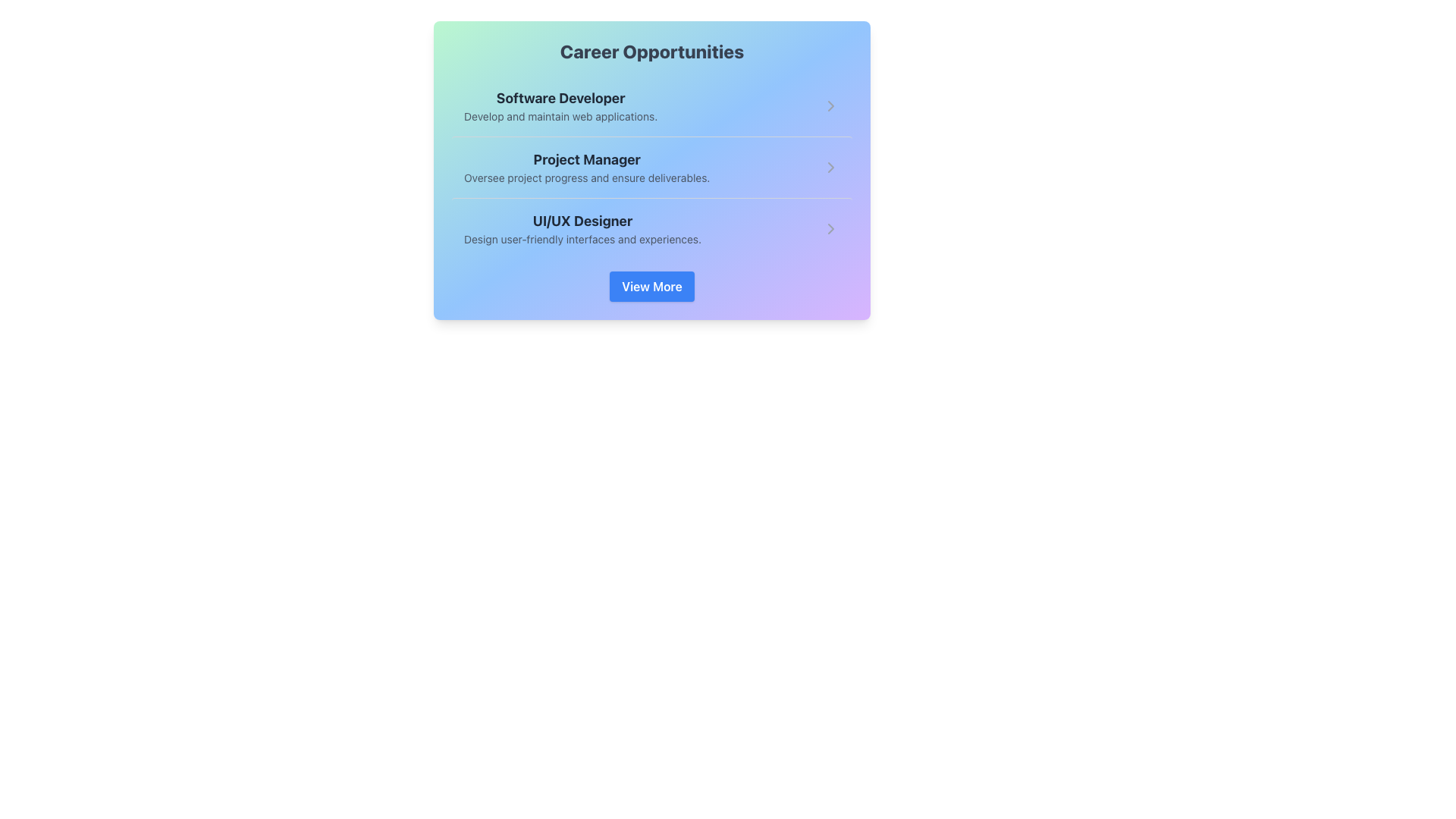 This screenshot has width=1456, height=819. What do you see at coordinates (582, 239) in the screenshot?
I see `the text snippet that says 'Design user-friendly interfaces and experiences.' which is styled in a smaller gray font and positioned below the bold gray text 'UI/UX Designer'` at bounding box center [582, 239].